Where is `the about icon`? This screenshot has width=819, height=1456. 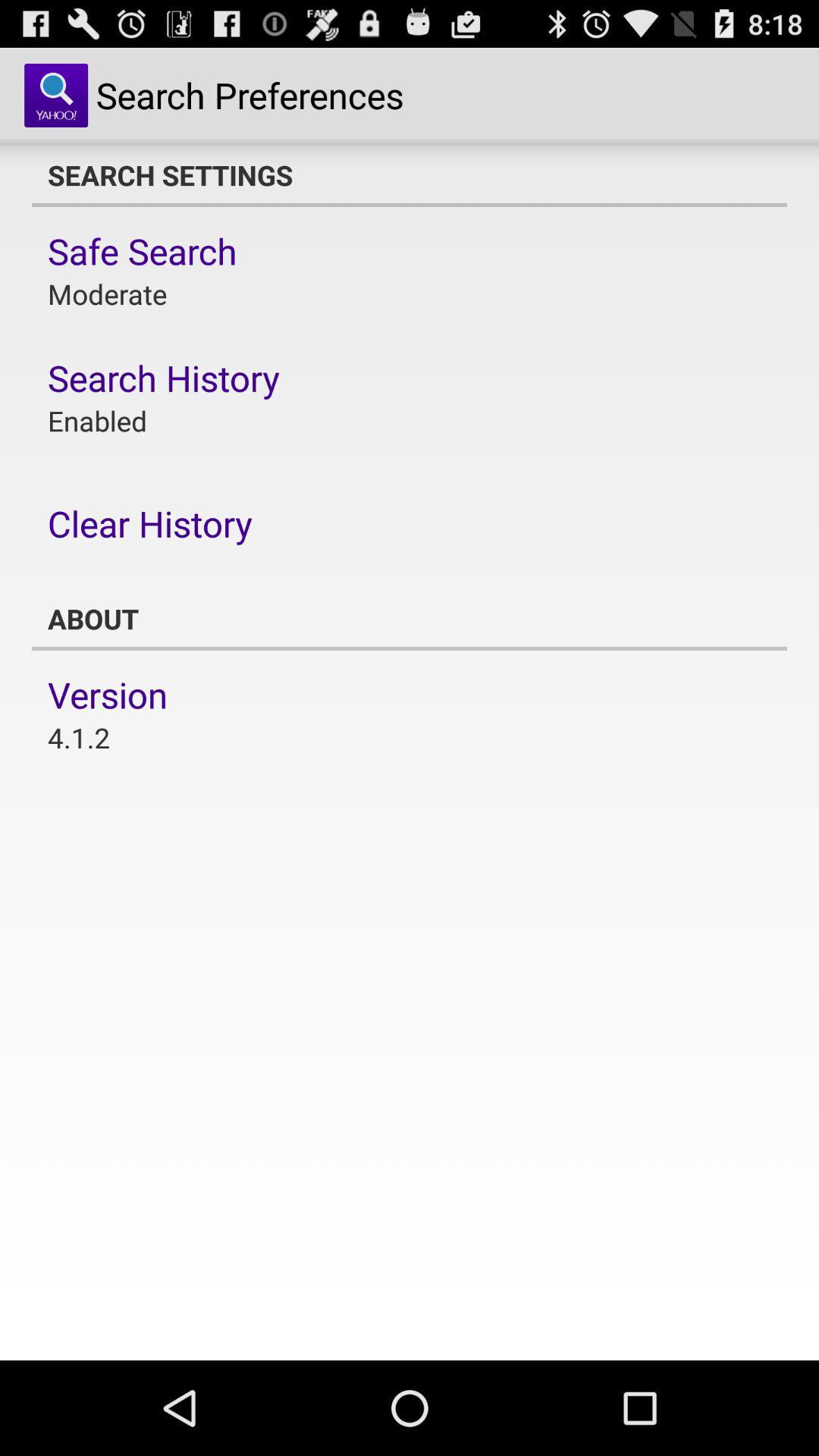 the about icon is located at coordinates (409, 619).